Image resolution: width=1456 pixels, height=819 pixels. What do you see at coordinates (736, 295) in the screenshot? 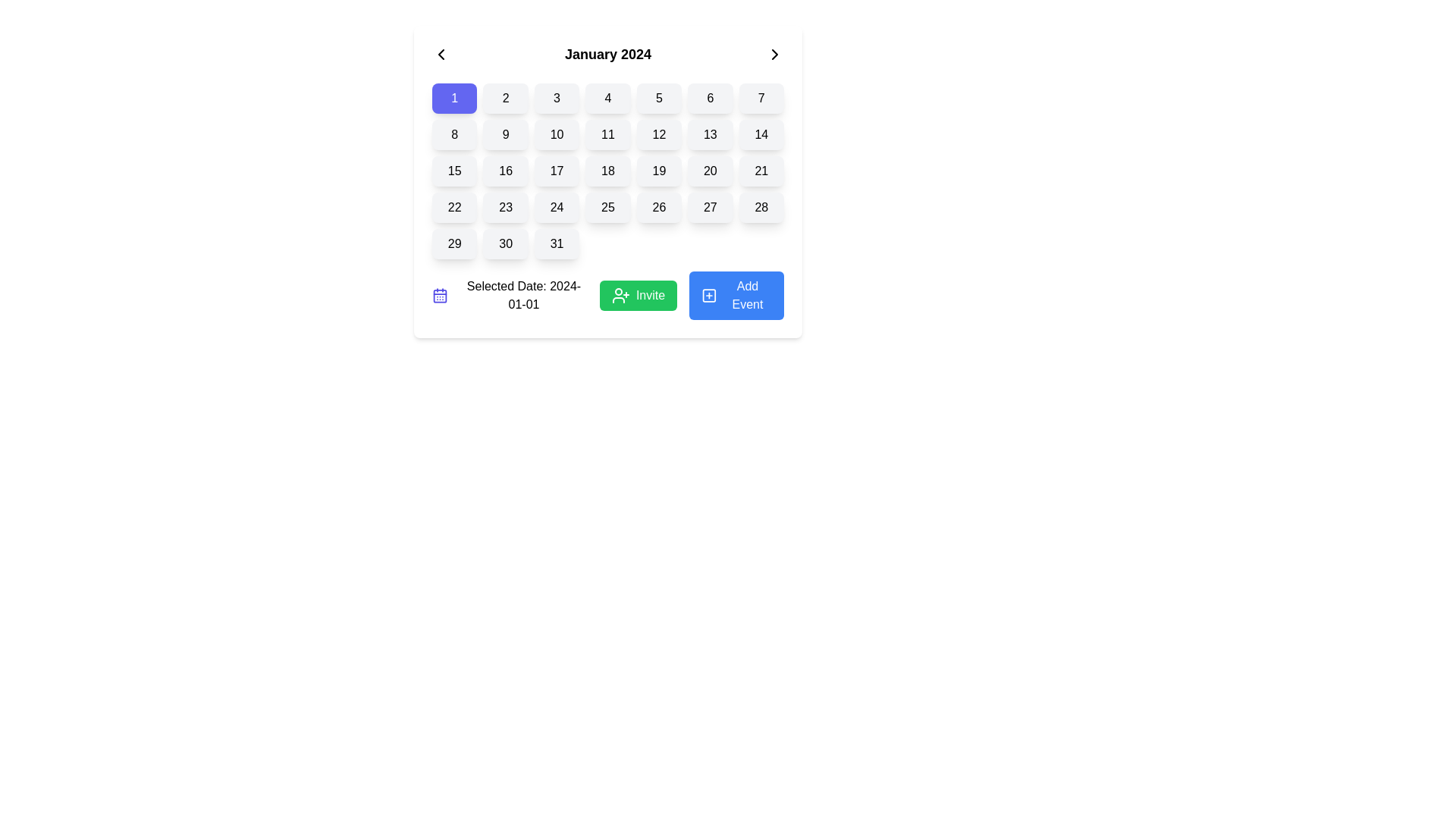
I see `the 'Add Event' button, which has a blue background, white text, and a plus icon` at bounding box center [736, 295].